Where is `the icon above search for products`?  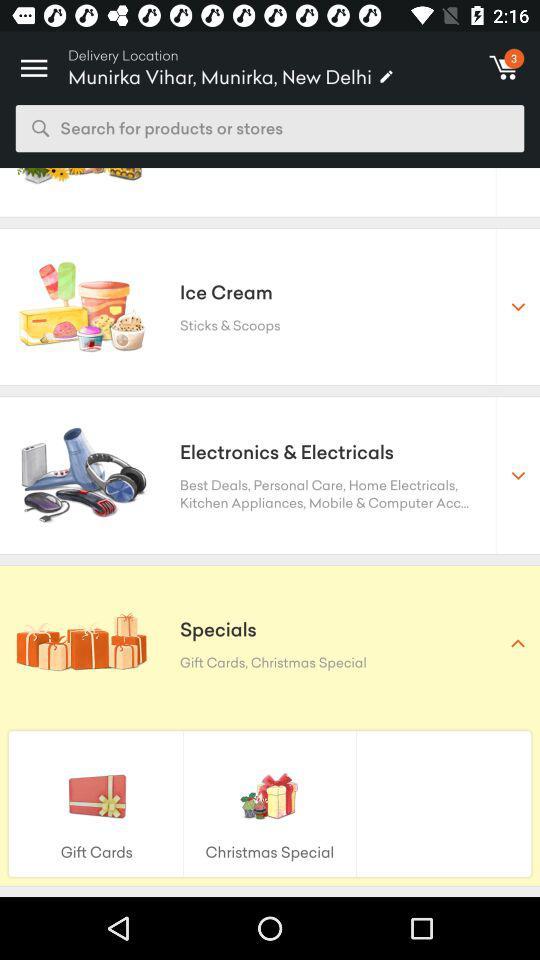
the icon above search for products is located at coordinates (33, 62).